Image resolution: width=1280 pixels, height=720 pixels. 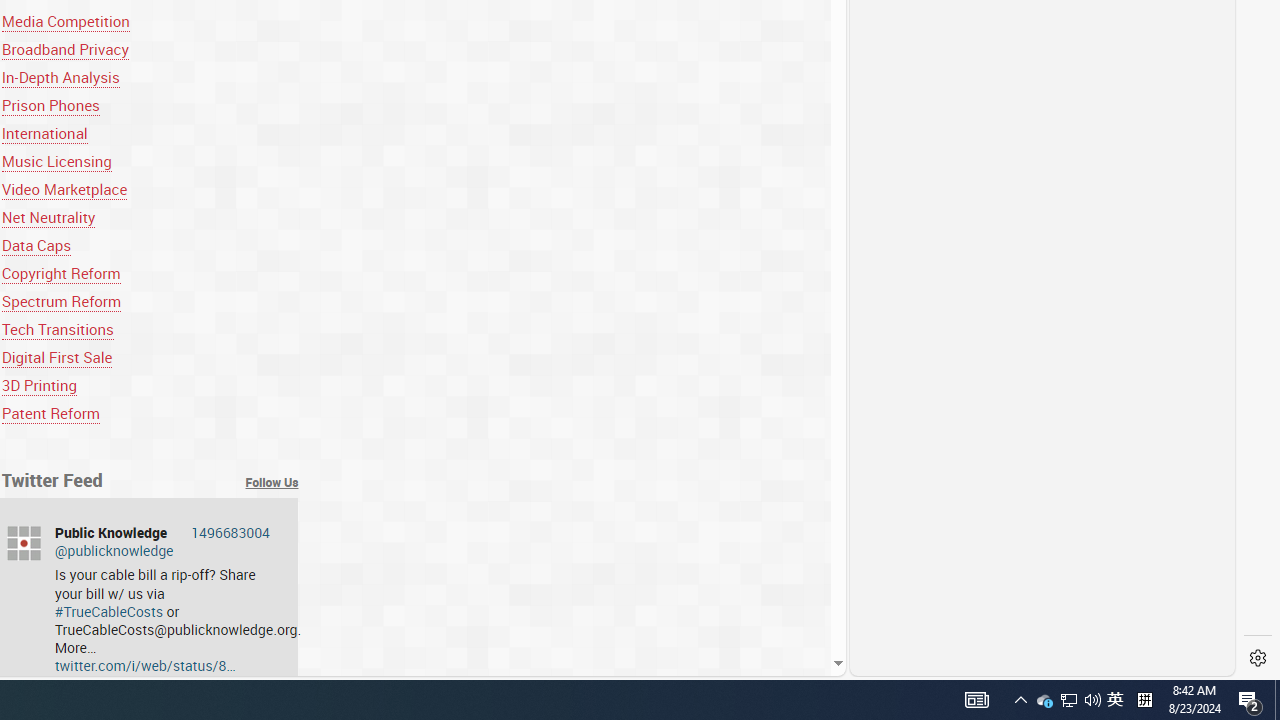 I want to click on 'Digital First Sale', so click(x=56, y=356).